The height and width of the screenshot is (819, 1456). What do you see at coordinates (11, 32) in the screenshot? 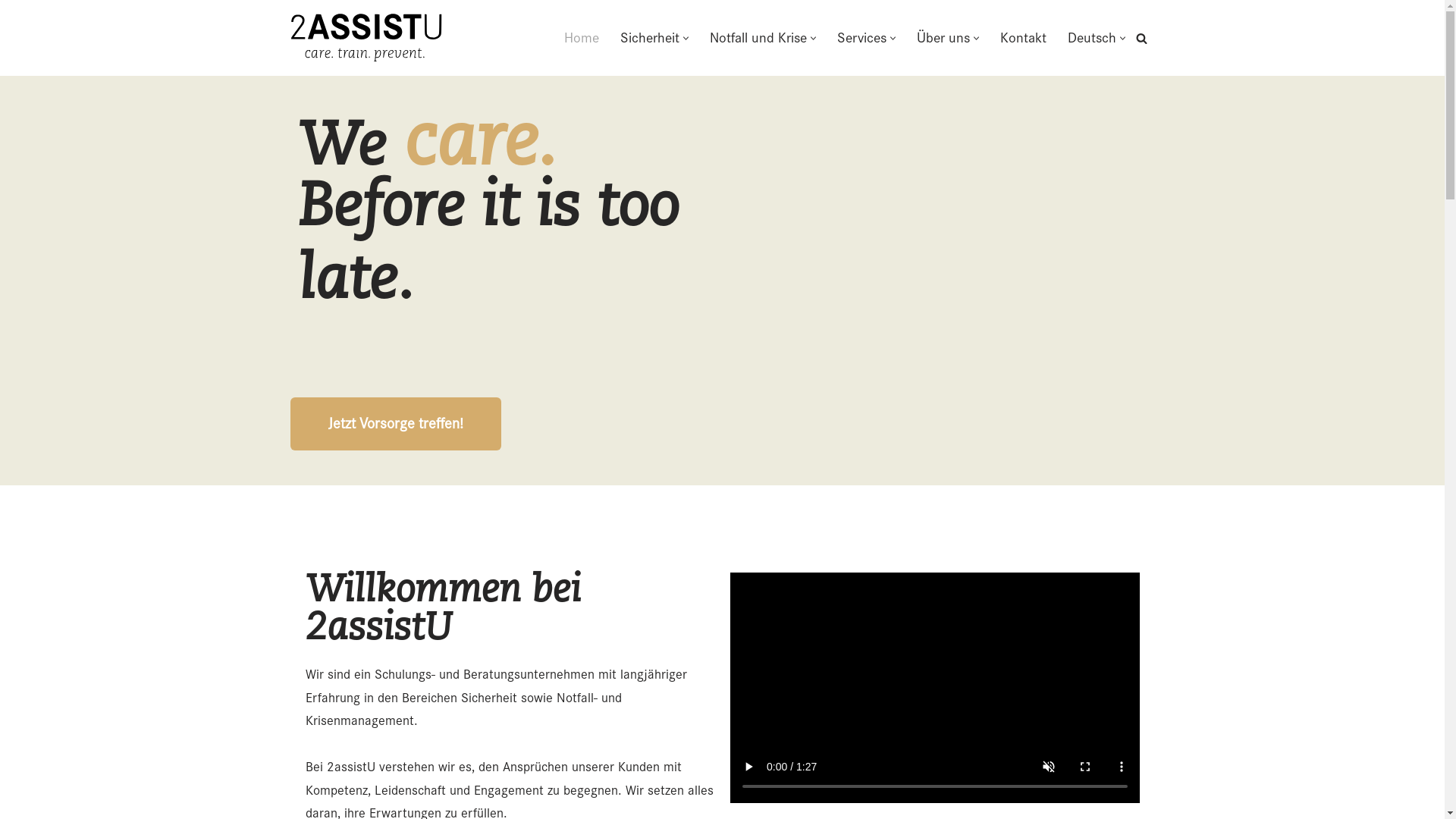
I see `'Zum Inhalt springen'` at bounding box center [11, 32].